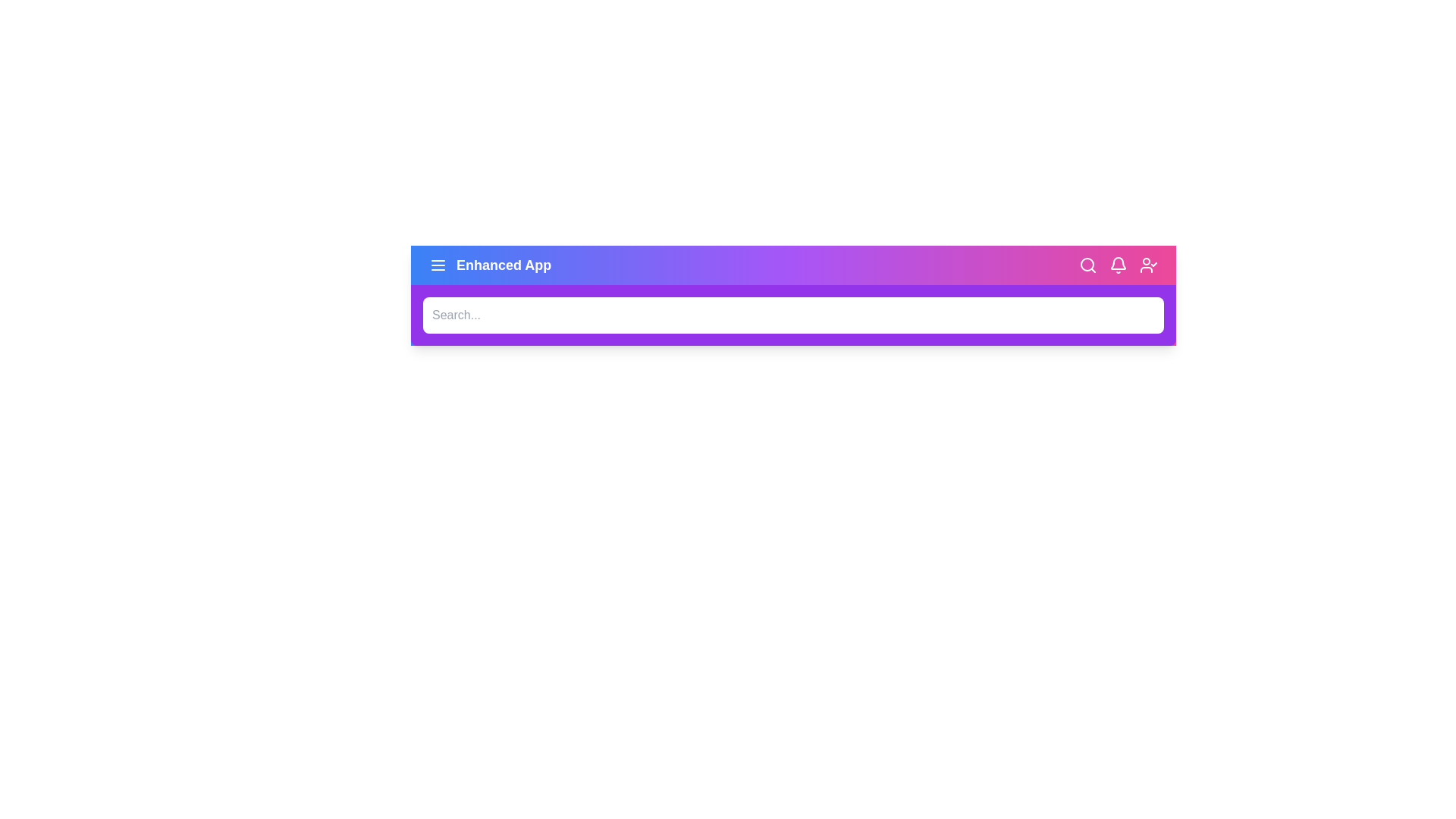 The width and height of the screenshot is (1456, 819). What do you see at coordinates (792, 315) in the screenshot?
I see `the search bar and type the query 'example query'` at bounding box center [792, 315].